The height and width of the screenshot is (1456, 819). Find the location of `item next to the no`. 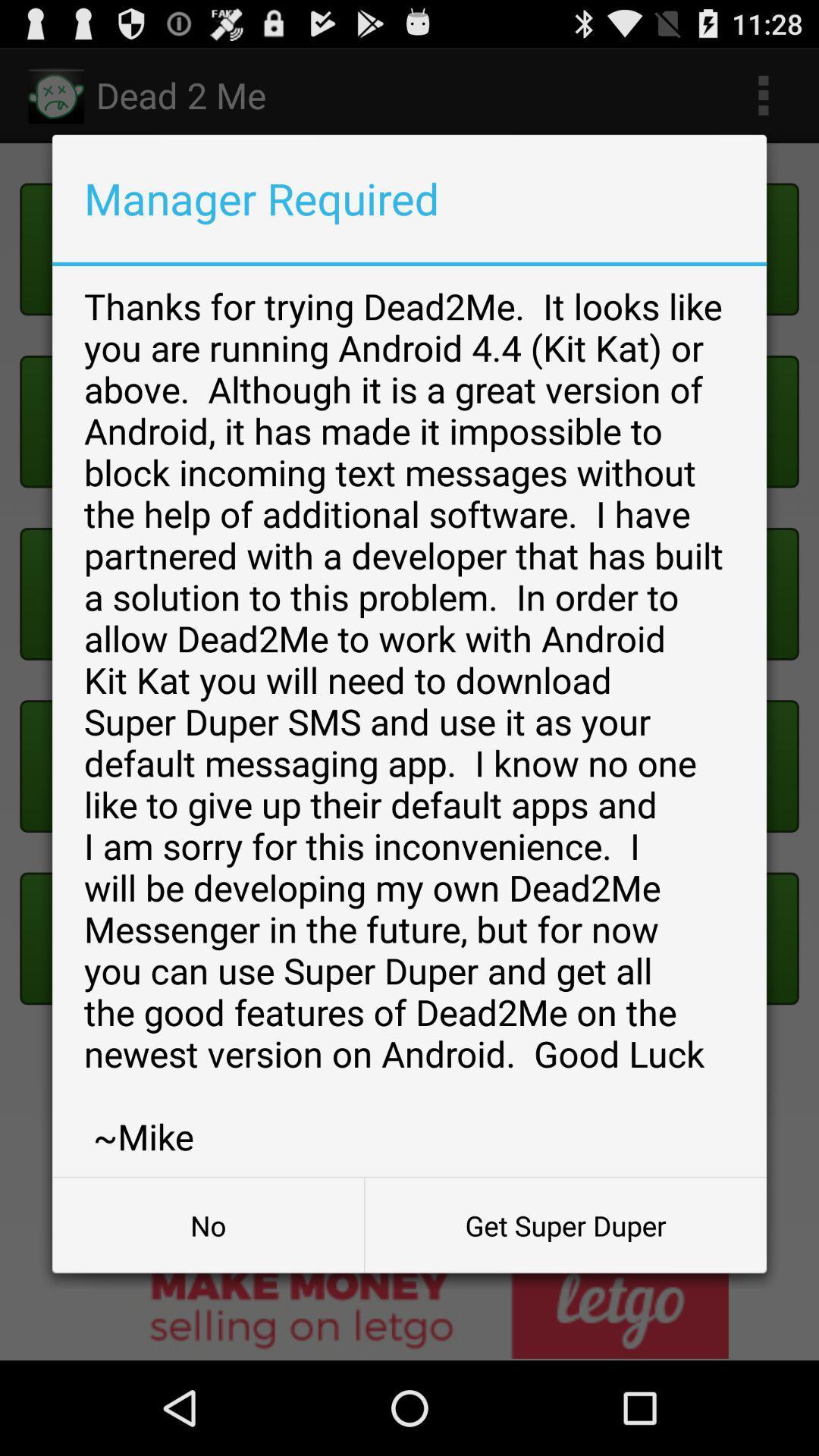

item next to the no is located at coordinates (566, 1225).